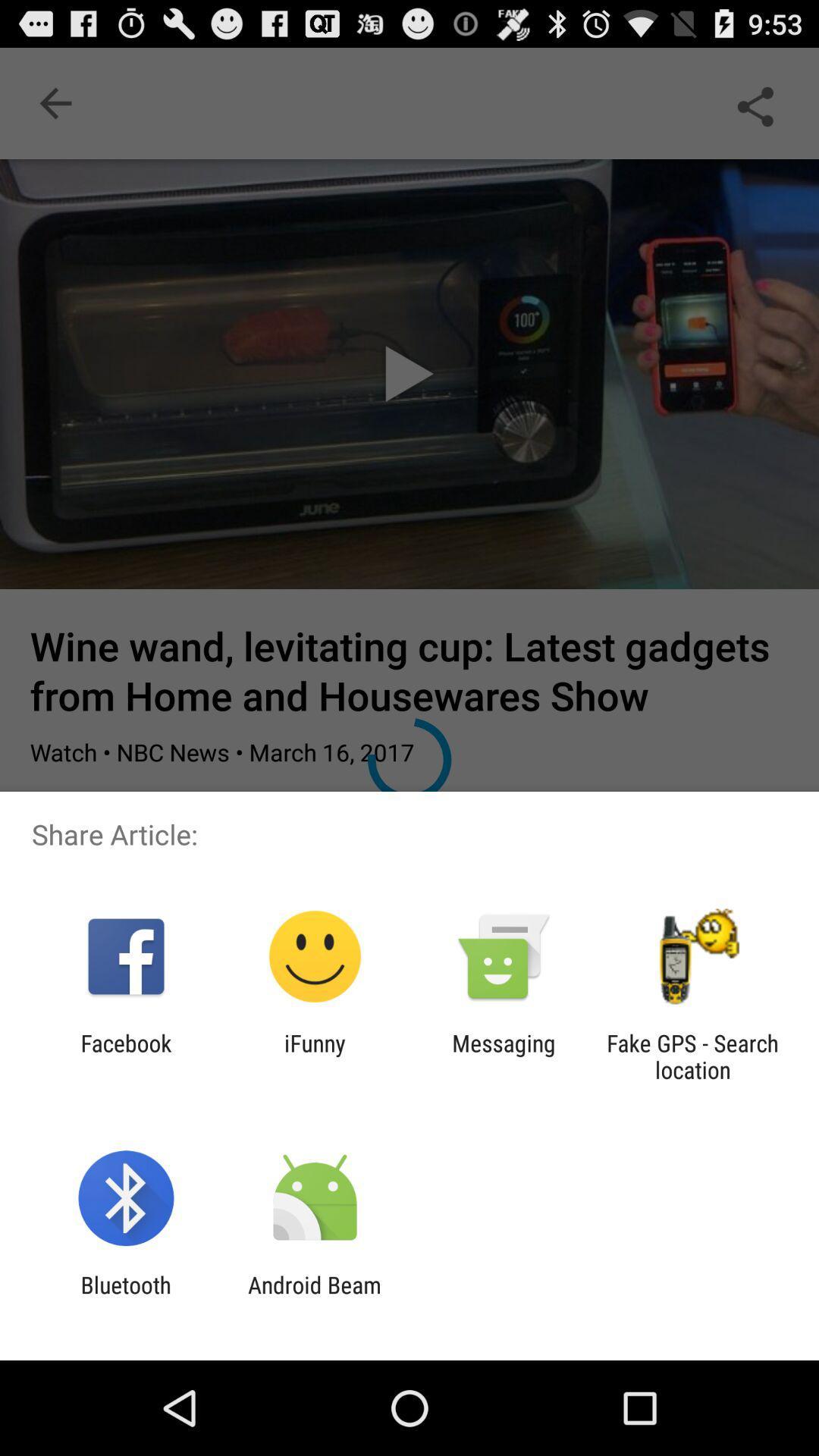  Describe the element at coordinates (692, 1056) in the screenshot. I see `the item at the bottom right corner` at that location.